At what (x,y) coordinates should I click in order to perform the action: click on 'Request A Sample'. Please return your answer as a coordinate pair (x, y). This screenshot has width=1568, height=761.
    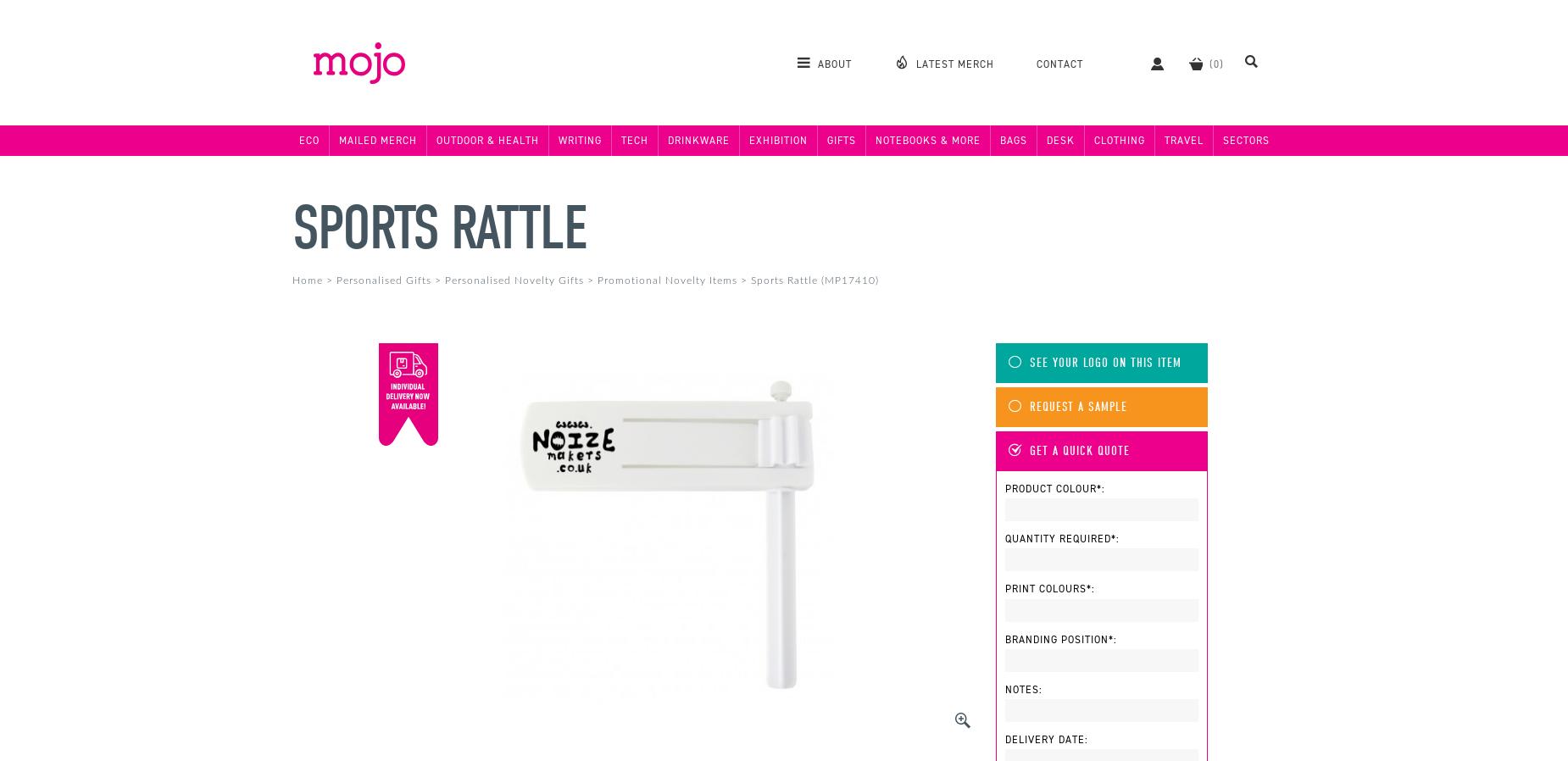
    Looking at the image, I should click on (1077, 405).